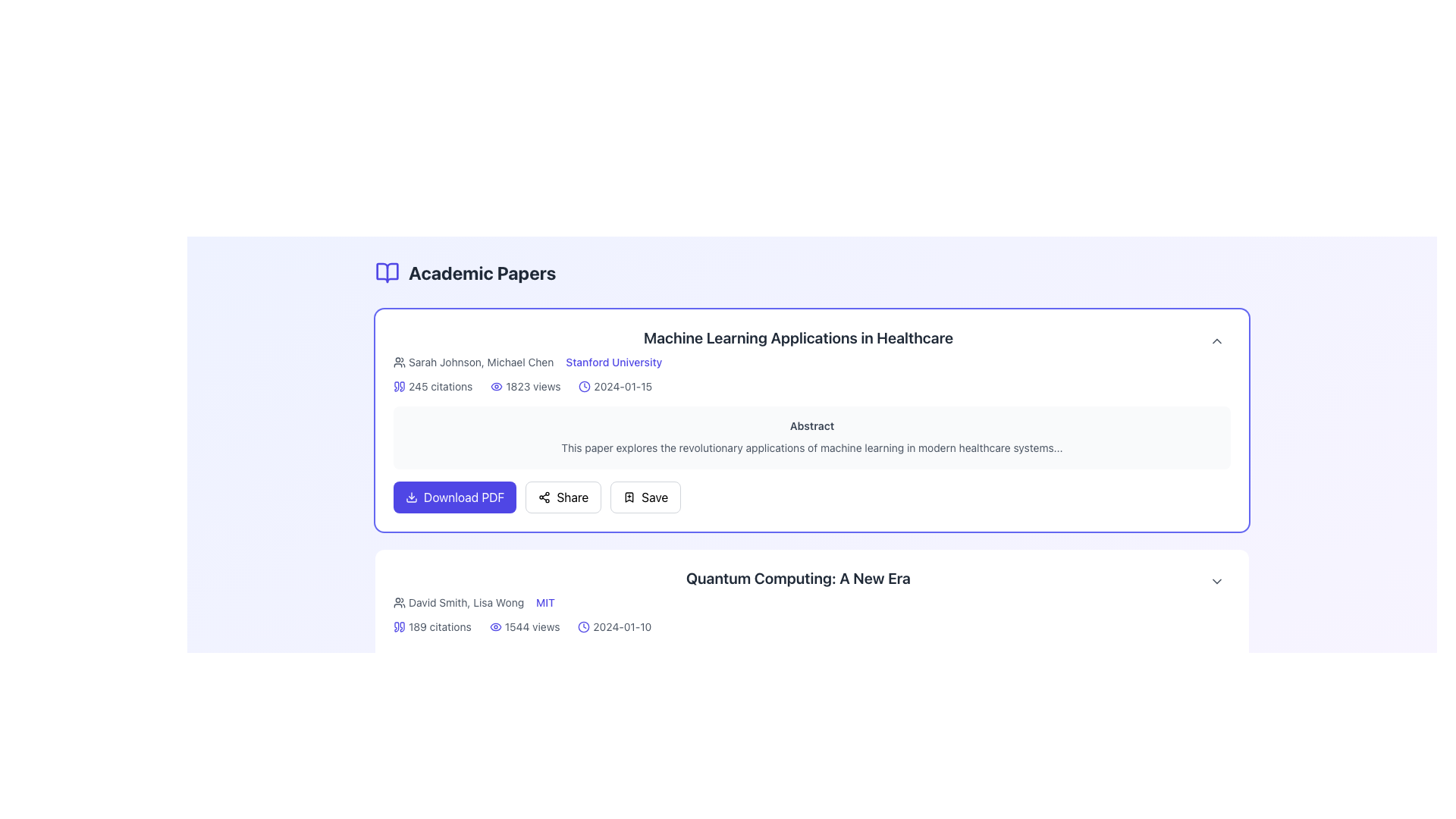  Describe the element at coordinates (472, 362) in the screenshot. I see `authors' names displayed next to the icon in the top section of the card for the paper titled 'Machine Learning Applications in Healthcare'` at that location.